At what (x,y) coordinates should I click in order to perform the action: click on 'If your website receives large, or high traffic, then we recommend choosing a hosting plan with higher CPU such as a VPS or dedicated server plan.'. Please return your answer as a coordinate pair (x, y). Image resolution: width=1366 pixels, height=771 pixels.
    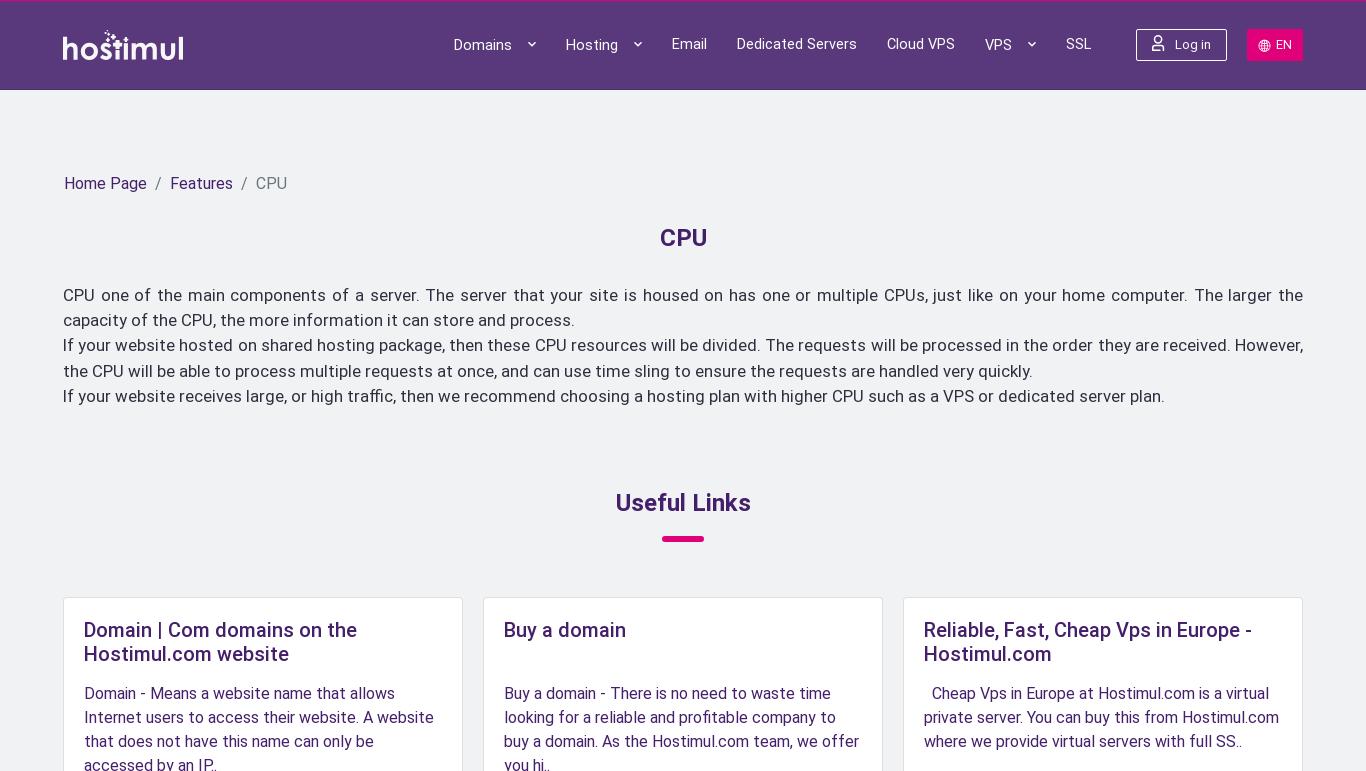
    Looking at the image, I should click on (615, 393).